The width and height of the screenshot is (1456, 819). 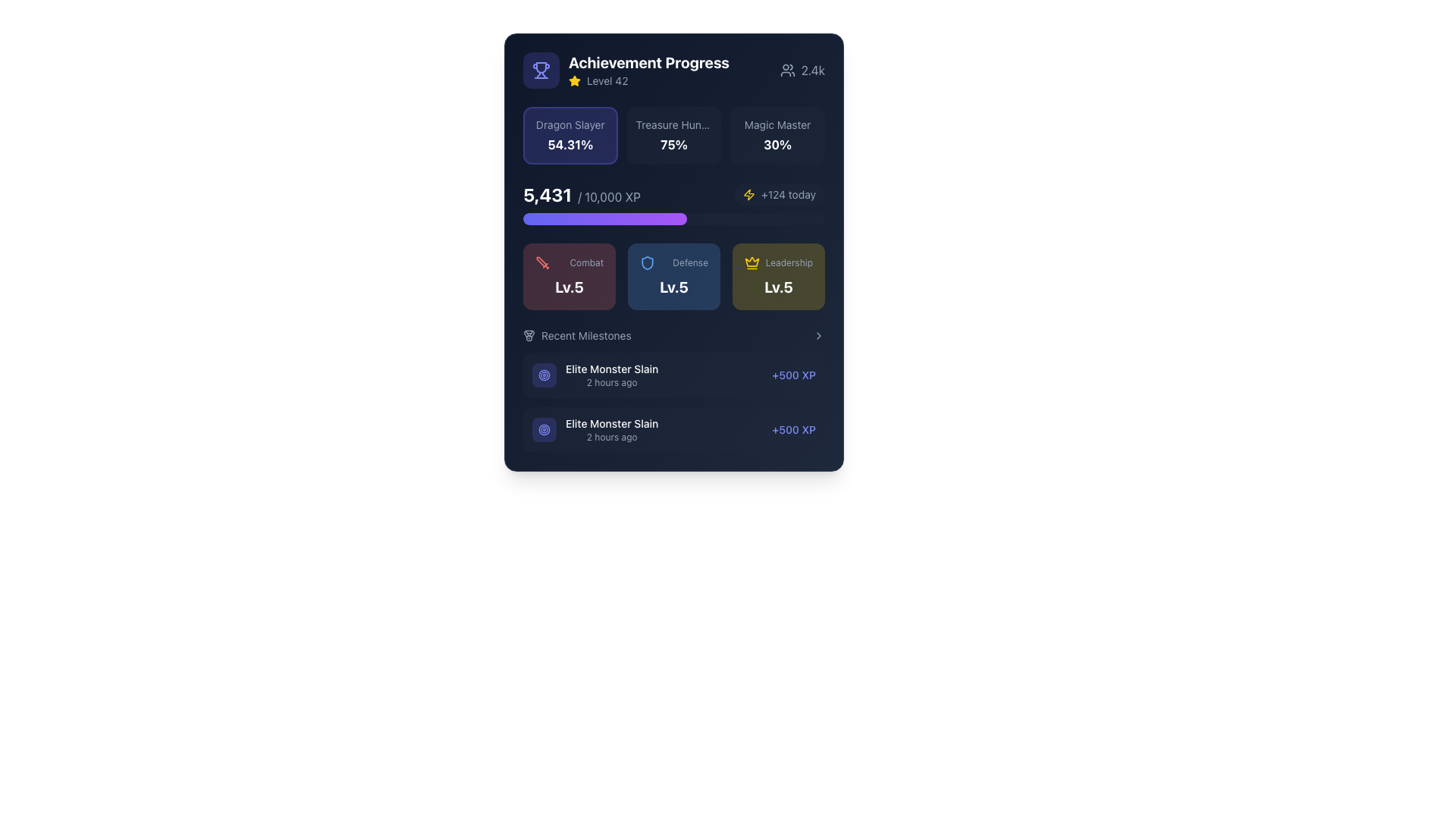 What do you see at coordinates (787, 70) in the screenshot?
I see `the small SVG icon representing user avatars located at the top-right corner of the panel interface, which is minimalistic and light slate gray in color, positioned immediately to the left of the label '2.4k'` at bounding box center [787, 70].